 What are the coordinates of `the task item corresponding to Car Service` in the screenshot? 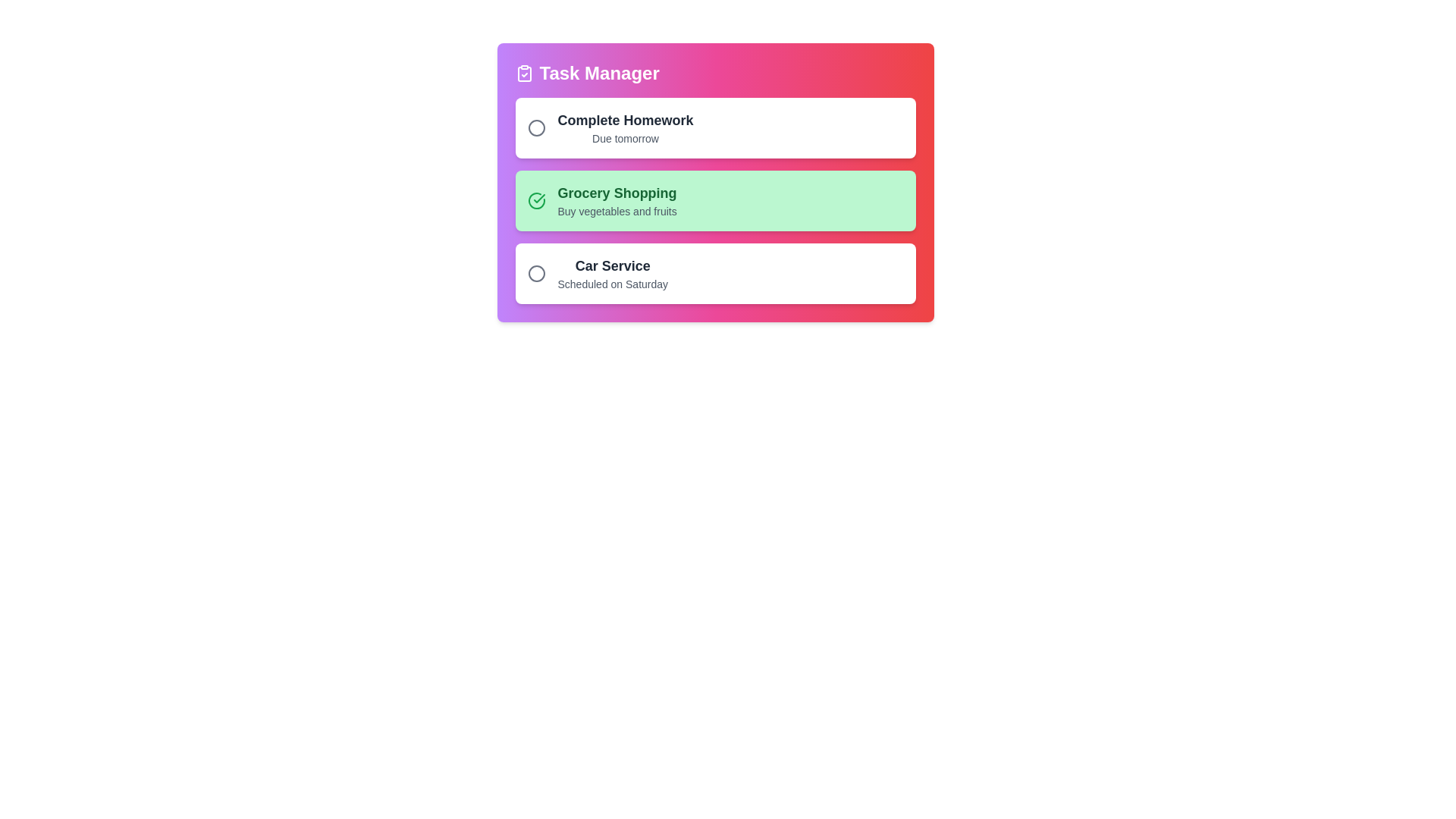 It's located at (714, 274).